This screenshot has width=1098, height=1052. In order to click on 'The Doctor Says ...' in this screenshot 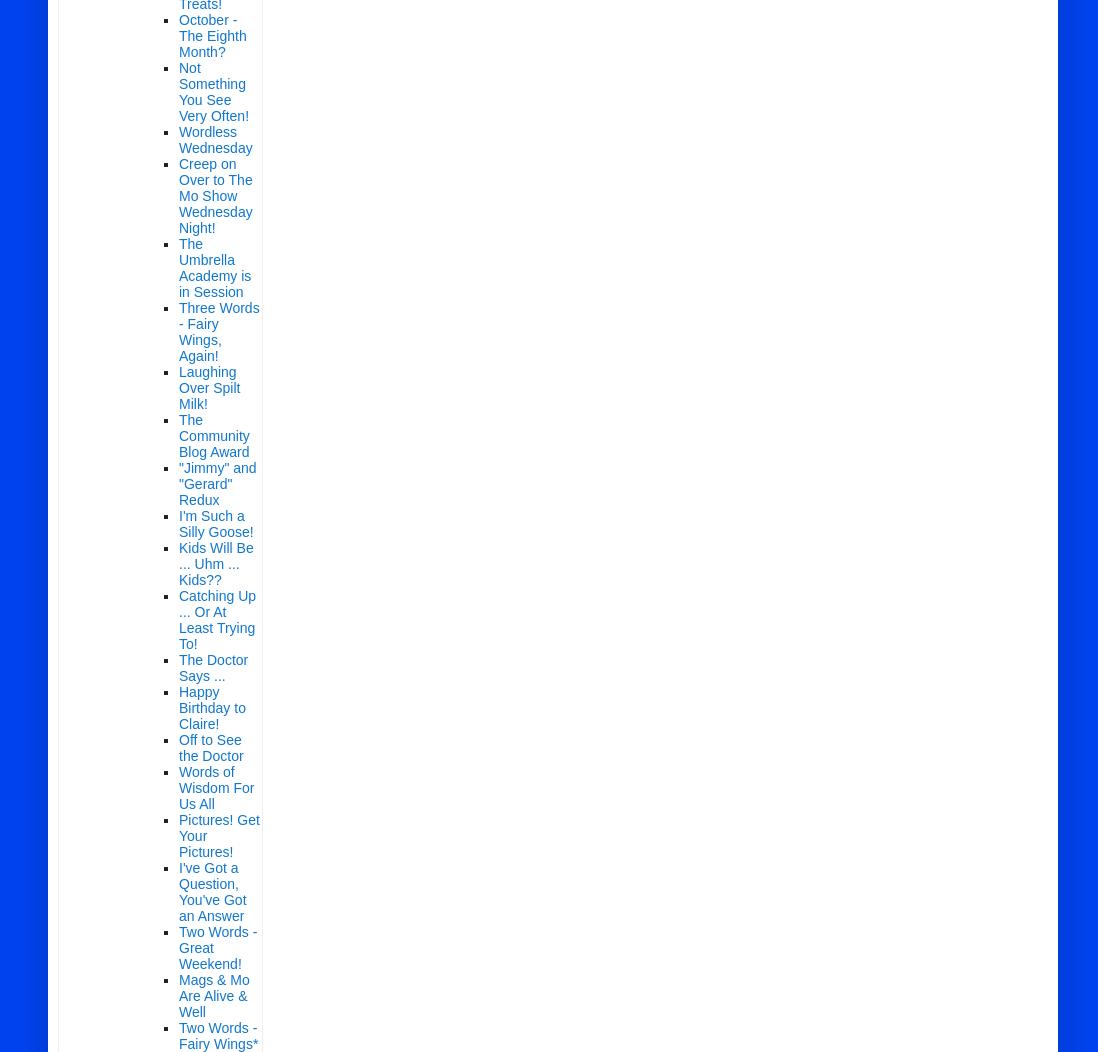, I will do `click(212, 667)`.